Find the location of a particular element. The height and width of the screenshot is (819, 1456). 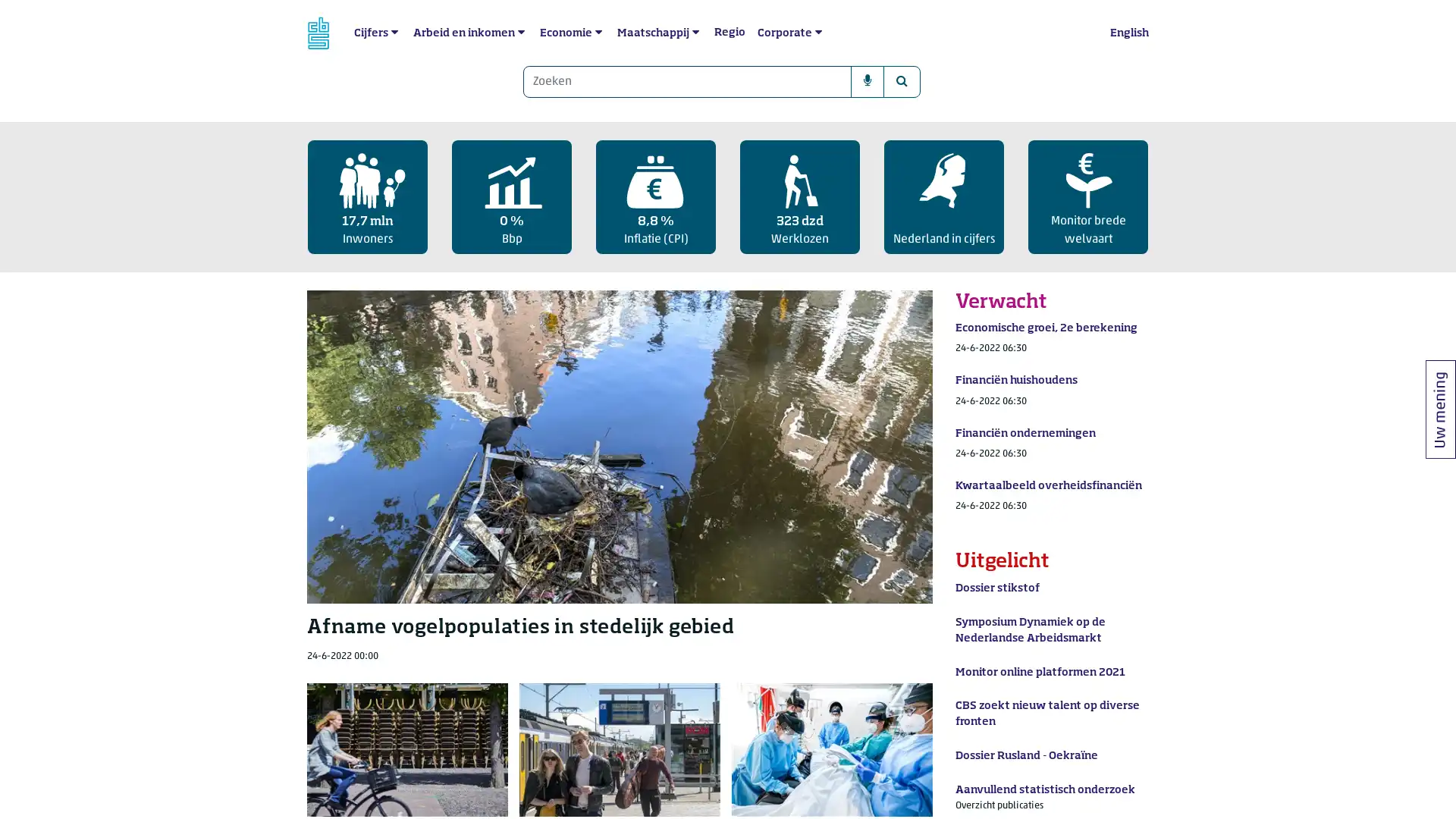

submenu Cijfers is located at coordinates (394, 32).